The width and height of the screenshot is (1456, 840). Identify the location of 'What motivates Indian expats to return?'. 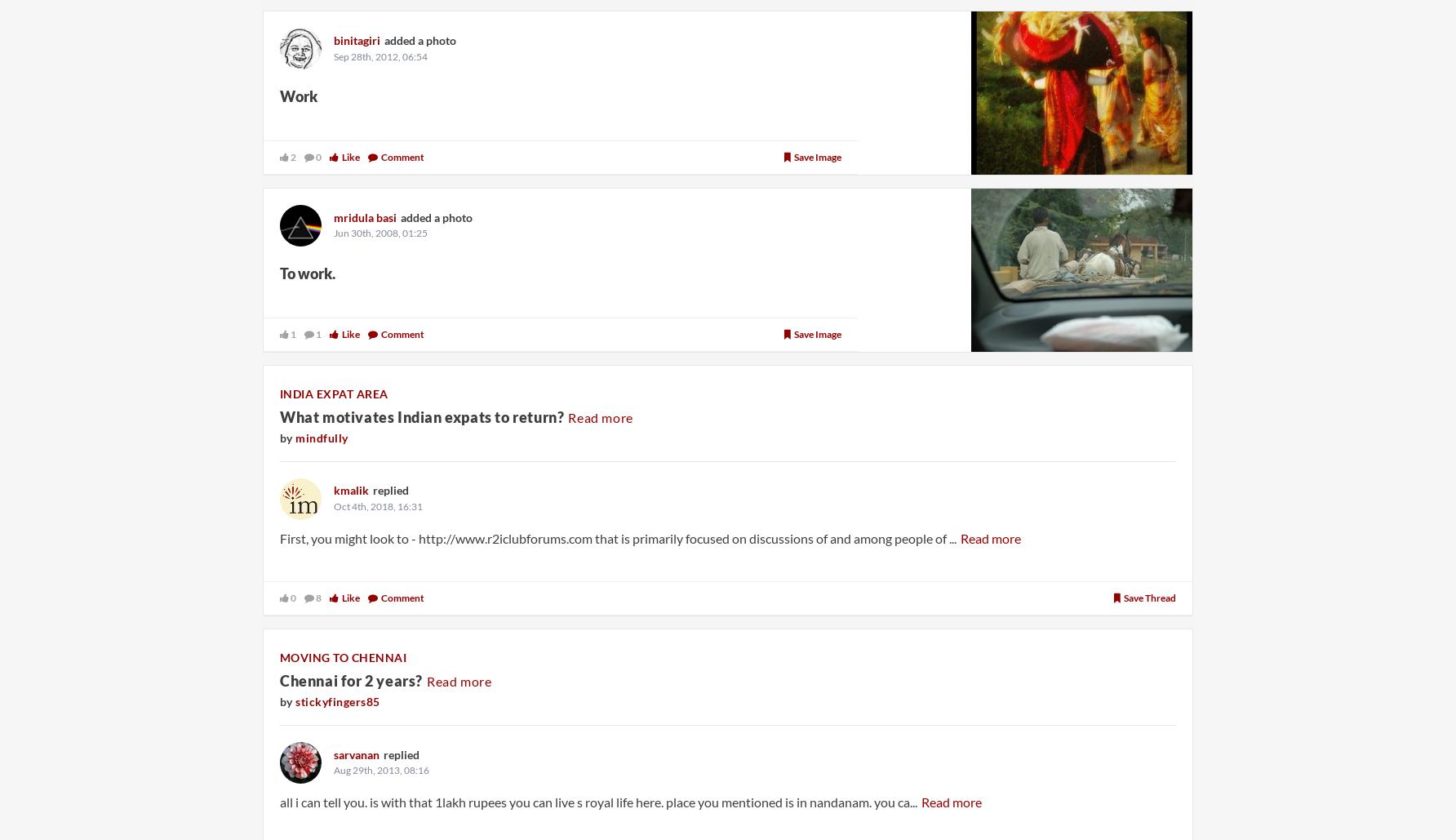
(422, 416).